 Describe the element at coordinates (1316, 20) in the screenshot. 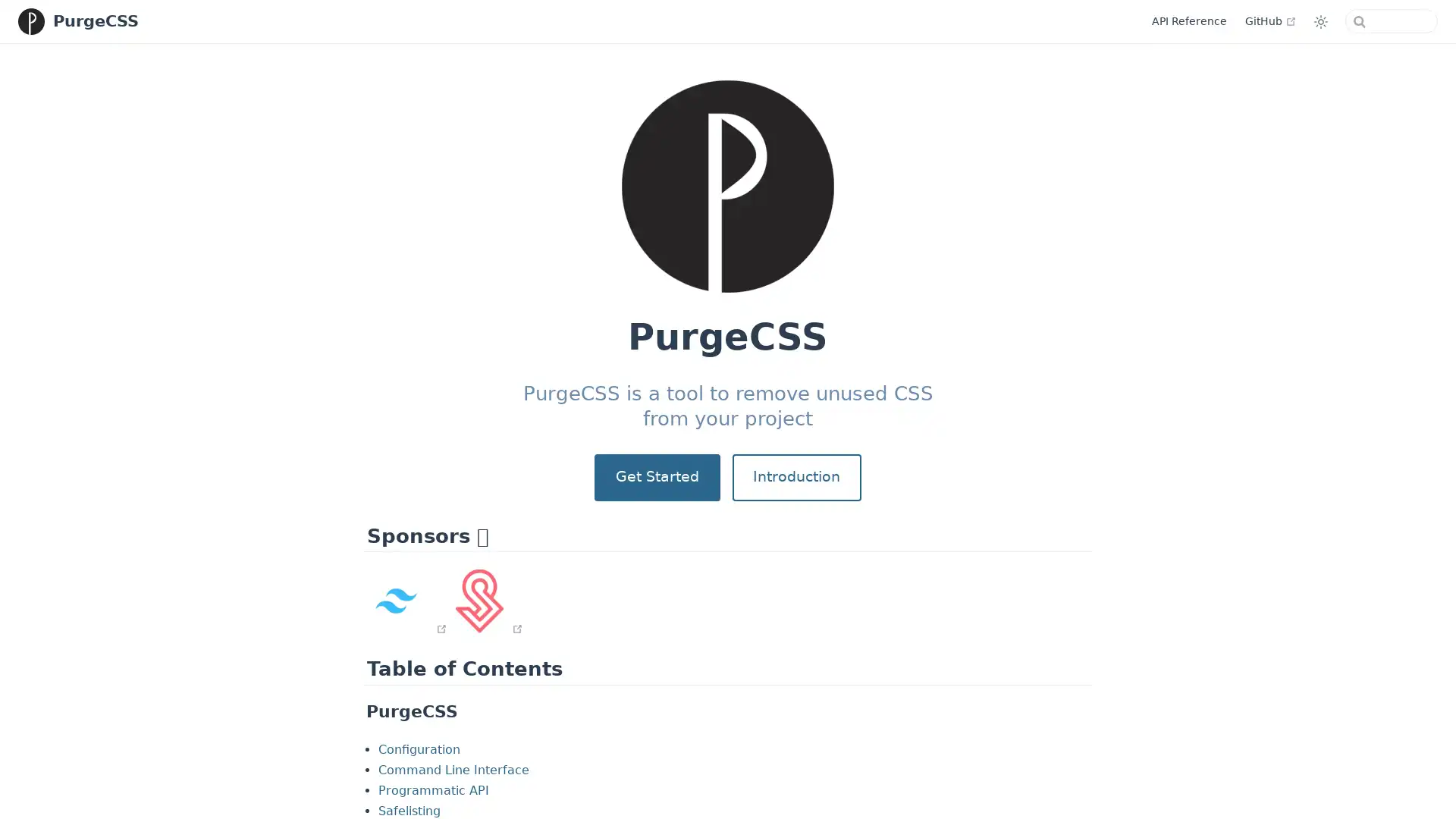

I see `toggle dark mode` at that location.